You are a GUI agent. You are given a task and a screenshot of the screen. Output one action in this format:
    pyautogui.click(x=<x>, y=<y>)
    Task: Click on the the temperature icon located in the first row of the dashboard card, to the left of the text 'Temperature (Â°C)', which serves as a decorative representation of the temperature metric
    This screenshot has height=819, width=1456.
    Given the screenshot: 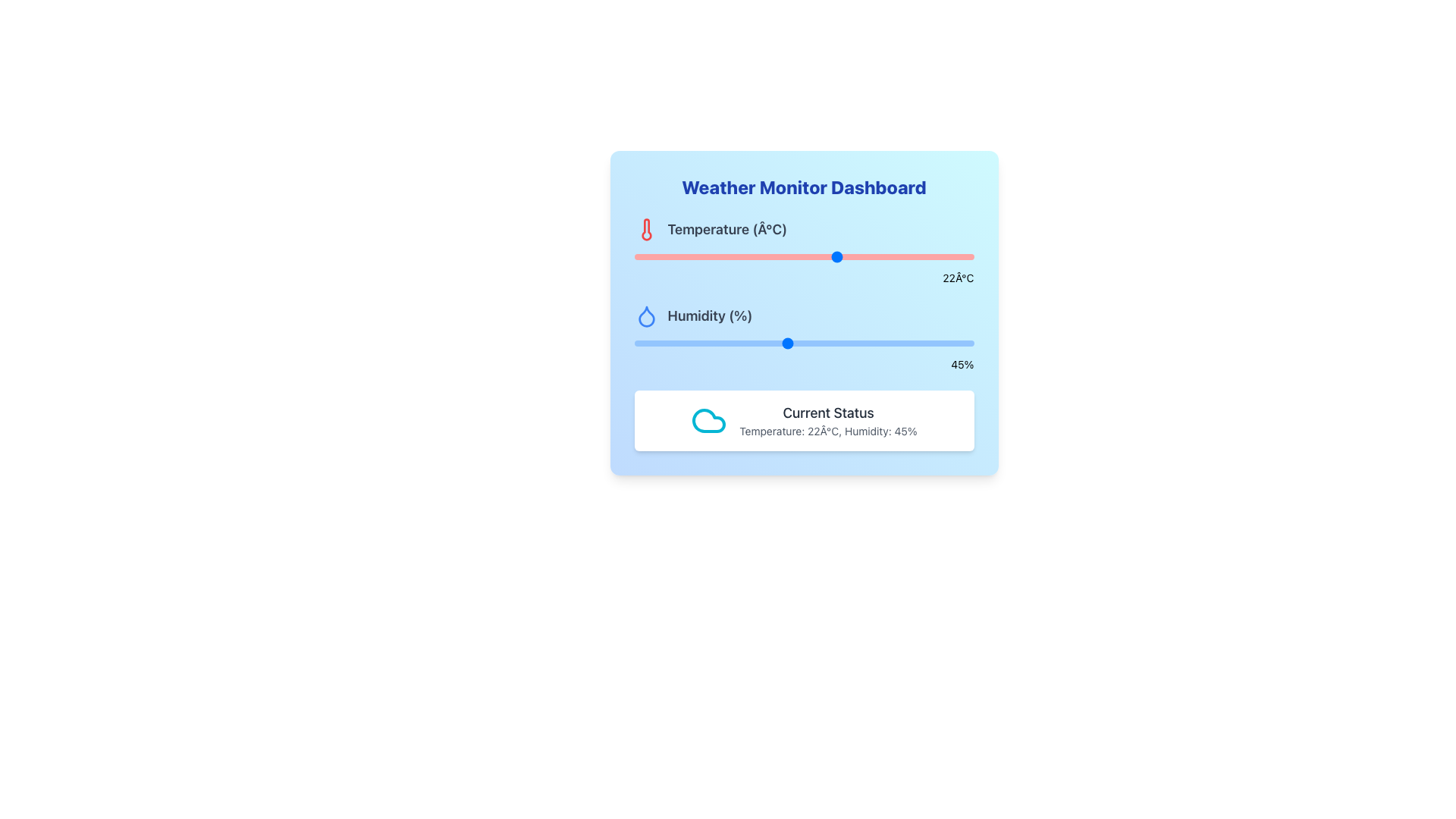 What is the action you would take?
    pyautogui.click(x=646, y=230)
    